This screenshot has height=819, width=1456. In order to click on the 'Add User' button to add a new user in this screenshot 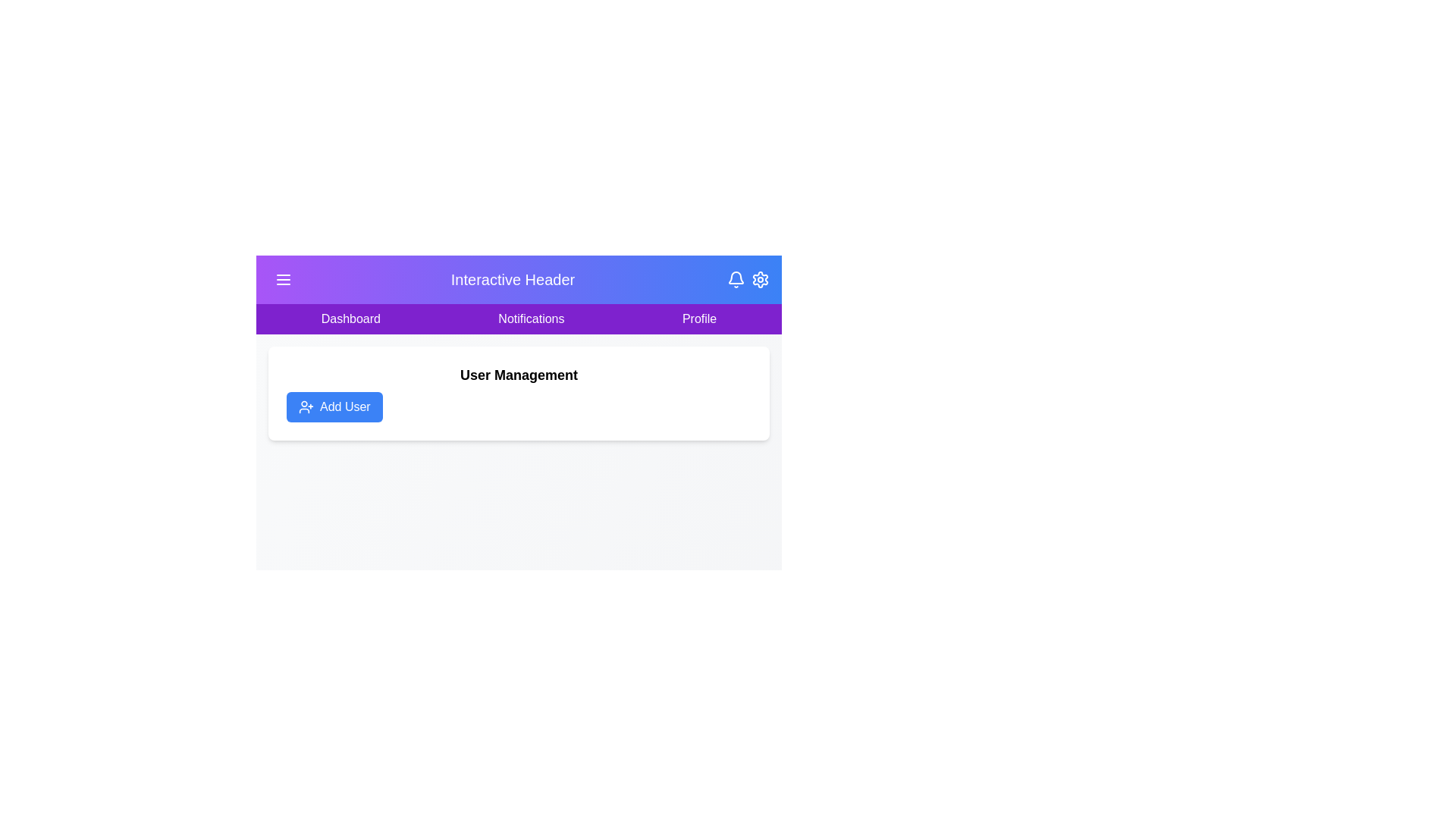, I will do `click(334, 406)`.